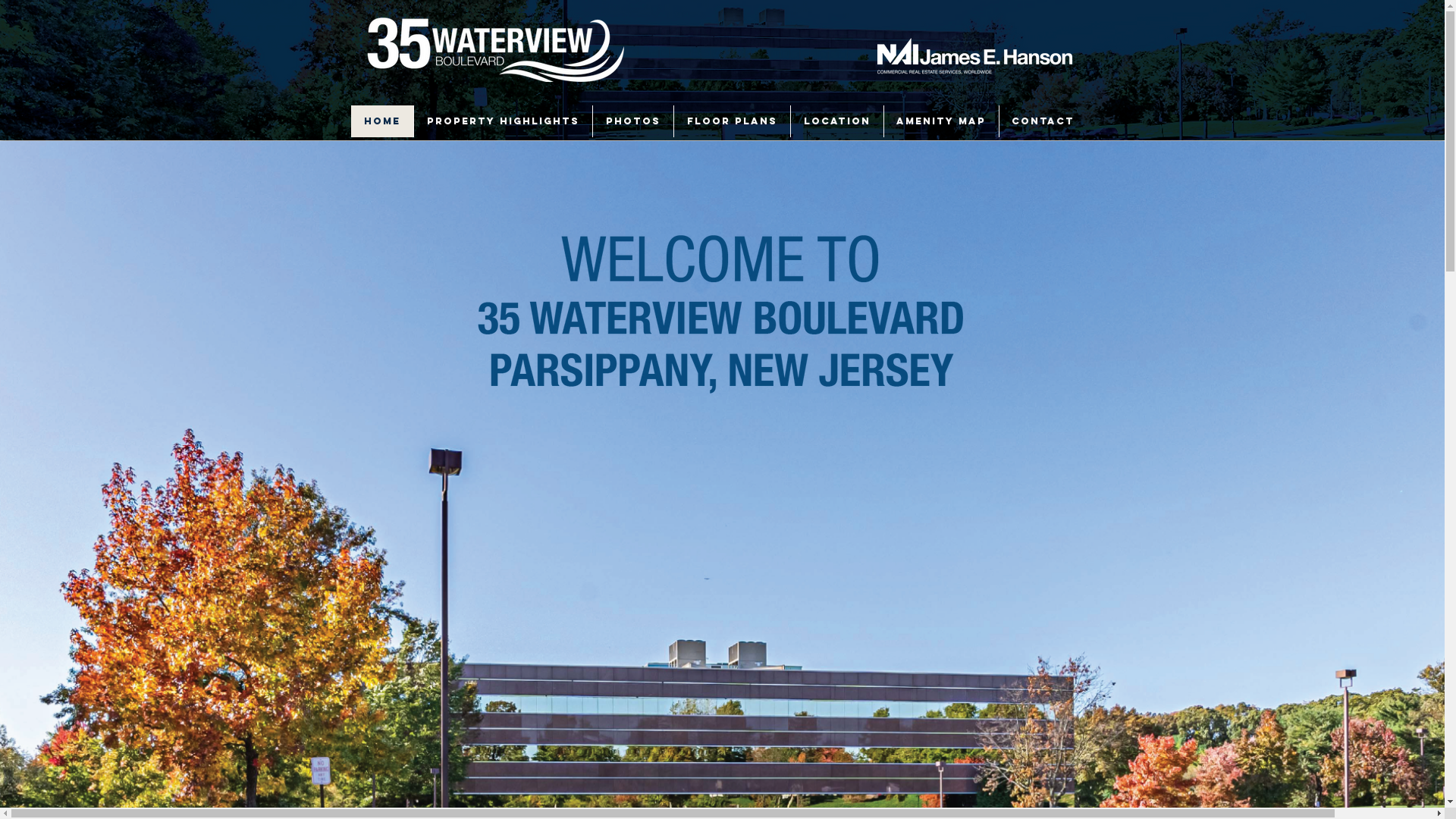 This screenshot has width=1456, height=819. Describe the element at coordinates (731, 120) in the screenshot. I see `'FLOOR PLANS'` at that location.